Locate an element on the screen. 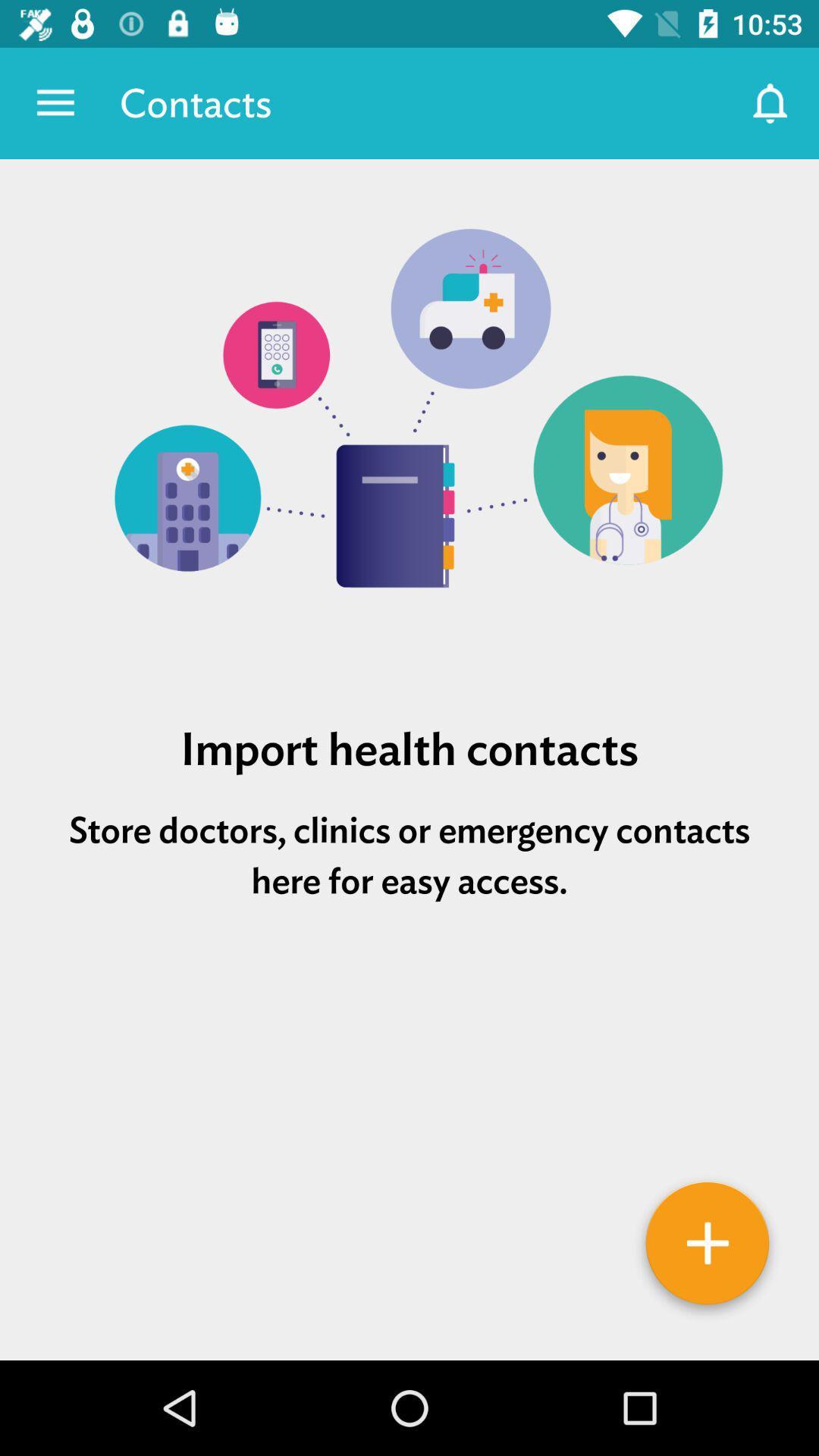 The image size is (819, 1456). add option is located at coordinates (708, 1248).